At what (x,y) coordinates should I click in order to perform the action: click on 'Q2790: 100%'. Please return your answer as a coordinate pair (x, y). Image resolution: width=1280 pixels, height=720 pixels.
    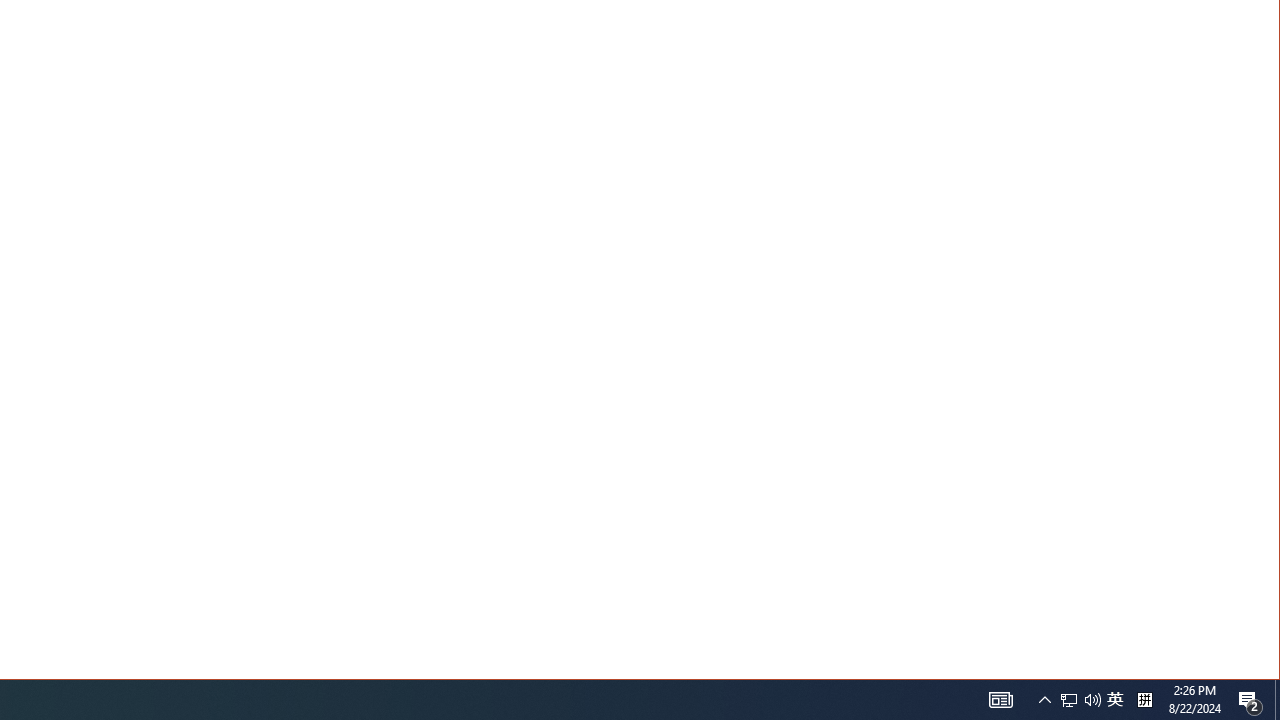
    Looking at the image, I should click on (1092, 698).